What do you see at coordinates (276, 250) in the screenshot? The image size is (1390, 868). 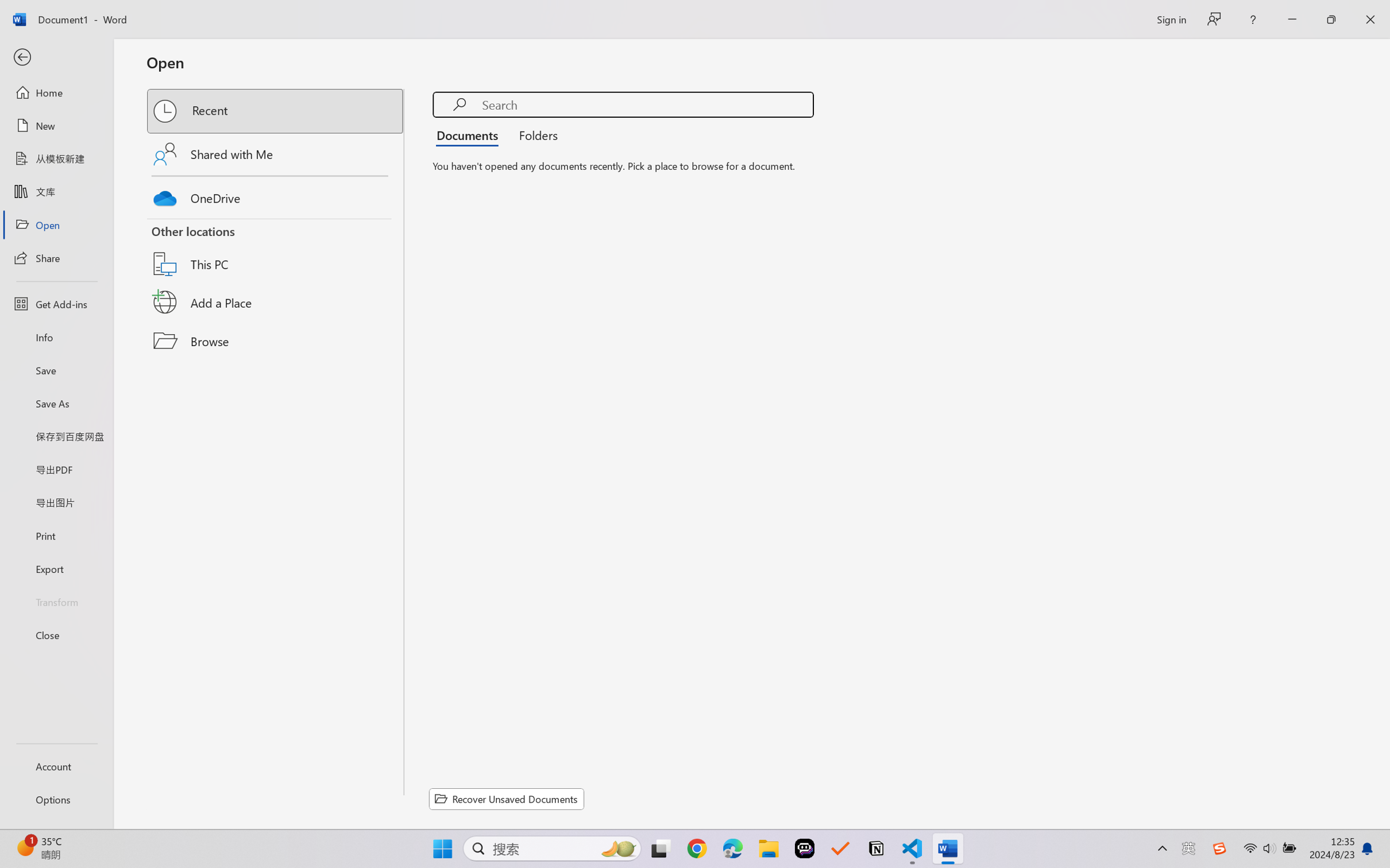 I see `'This PC'` at bounding box center [276, 250].